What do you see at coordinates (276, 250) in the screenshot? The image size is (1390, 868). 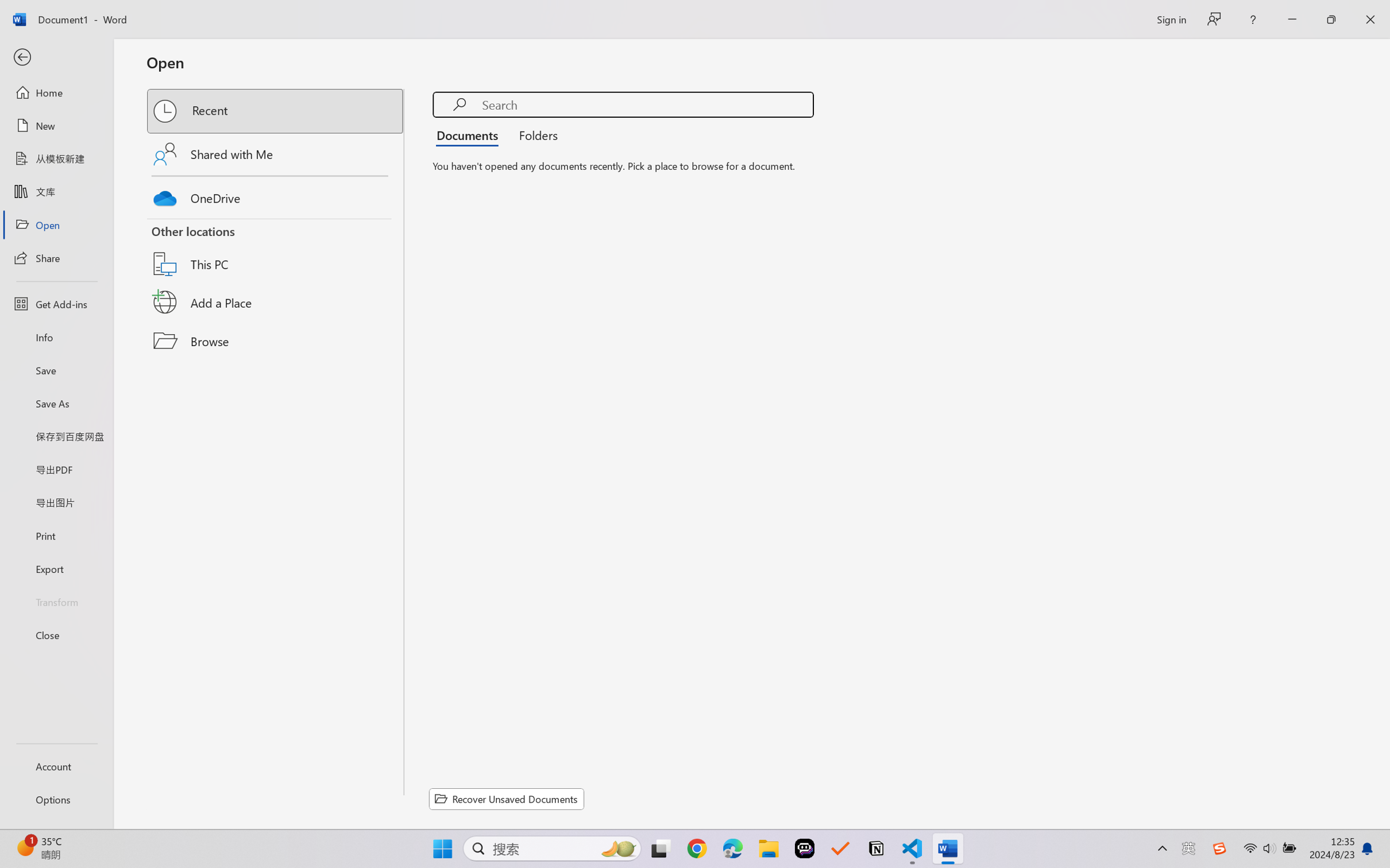 I see `'This PC'` at bounding box center [276, 250].